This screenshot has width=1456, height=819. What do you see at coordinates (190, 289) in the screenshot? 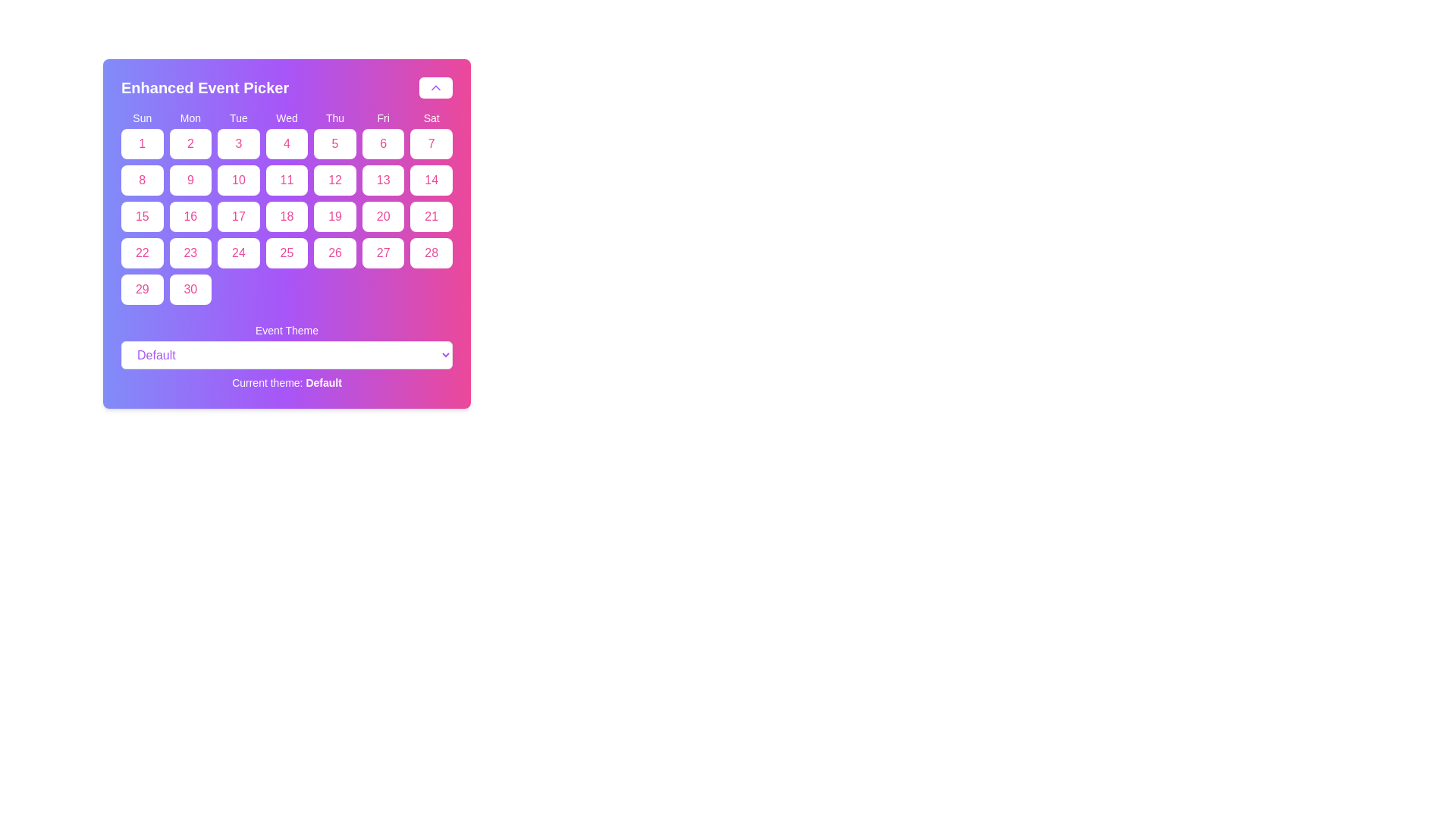
I see `the date cell representing '30' in the calendar interface` at bounding box center [190, 289].